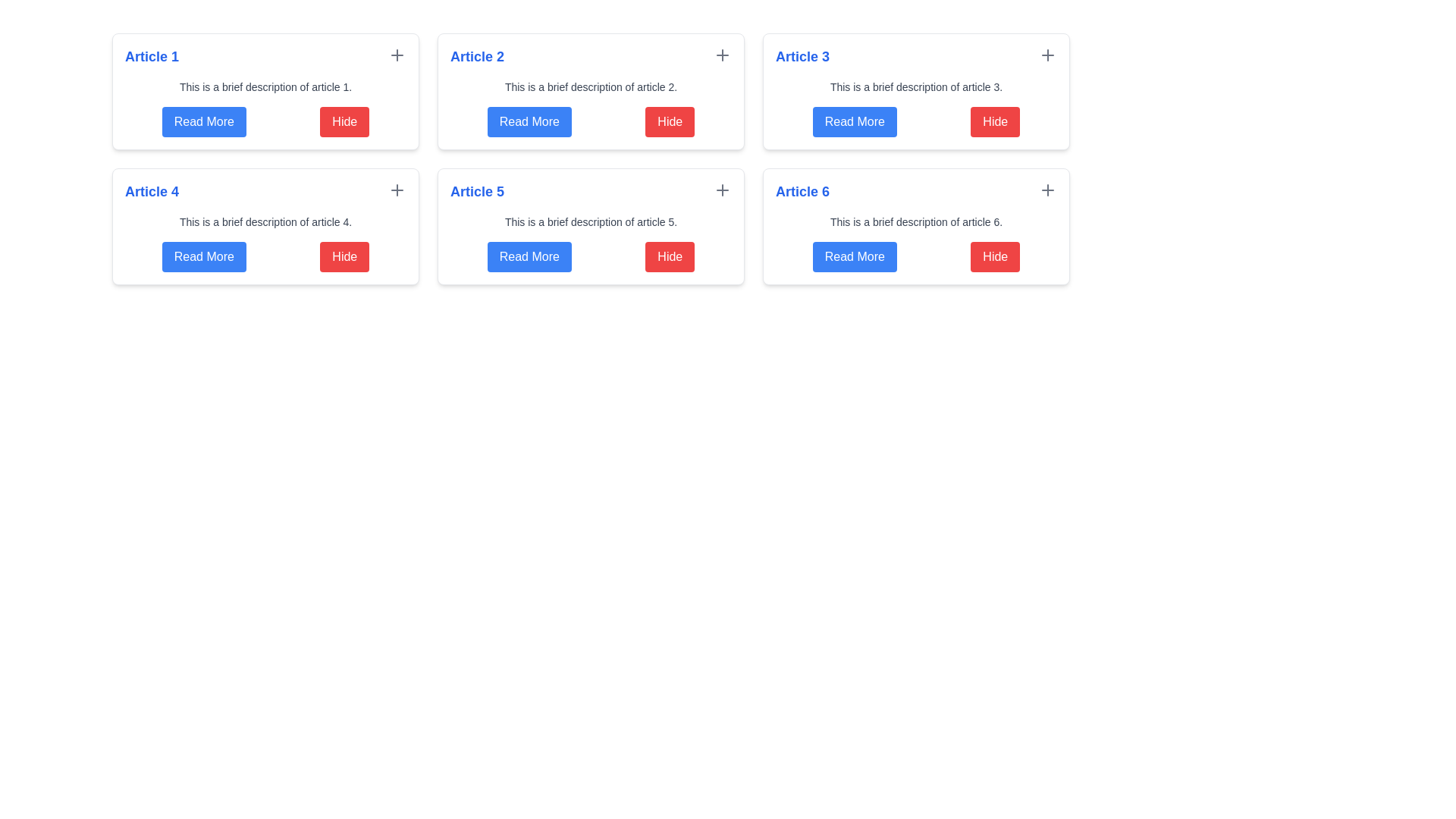  What do you see at coordinates (915, 87) in the screenshot?
I see `the static text that reads 'This is a brief description of article 3.', which is styled in gray color and located below the title 'Article 3' in the Article 3 card` at bounding box center [915, 87].